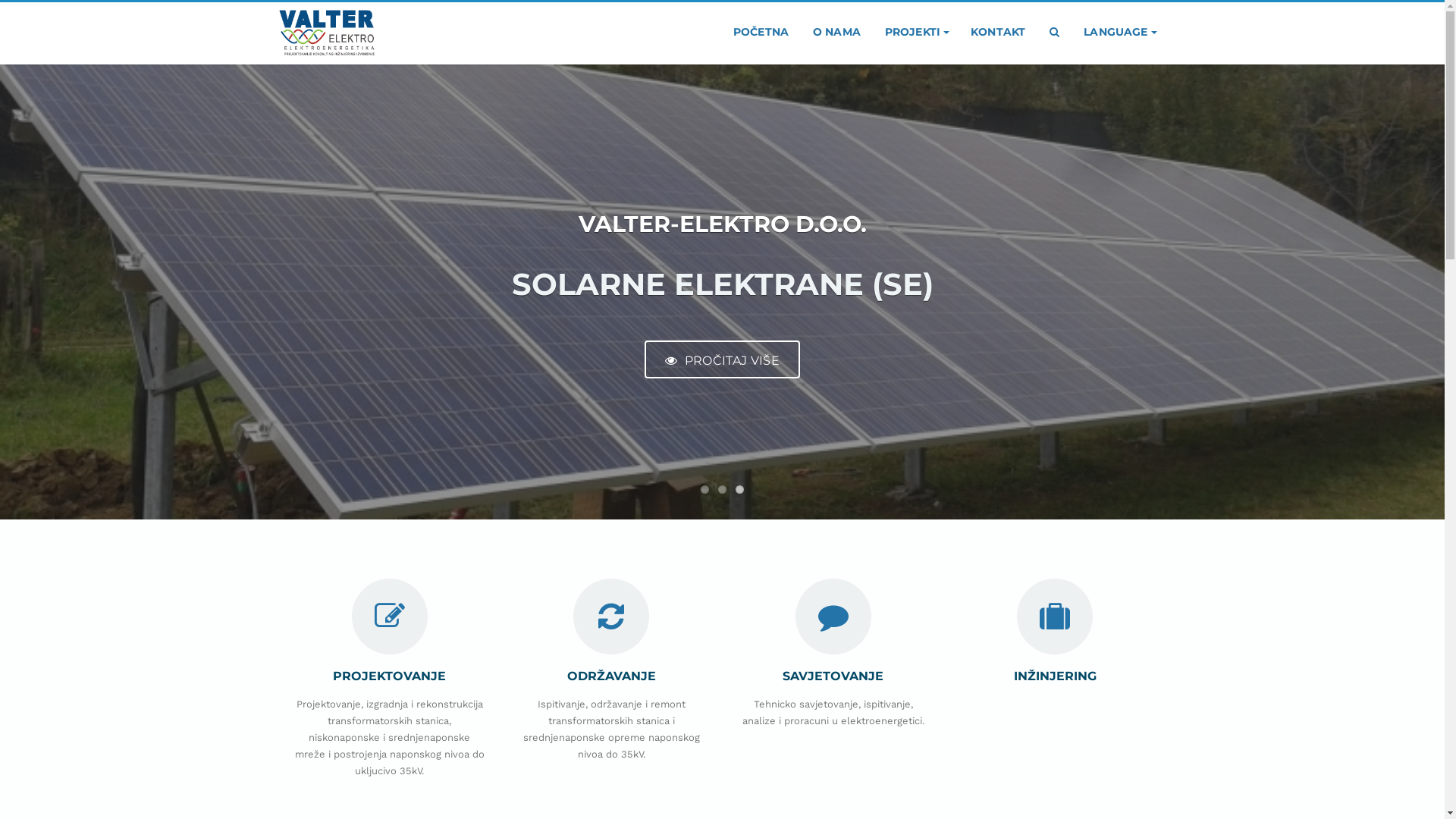  I want to click on 'PROJEKTI', so click(915, 32).